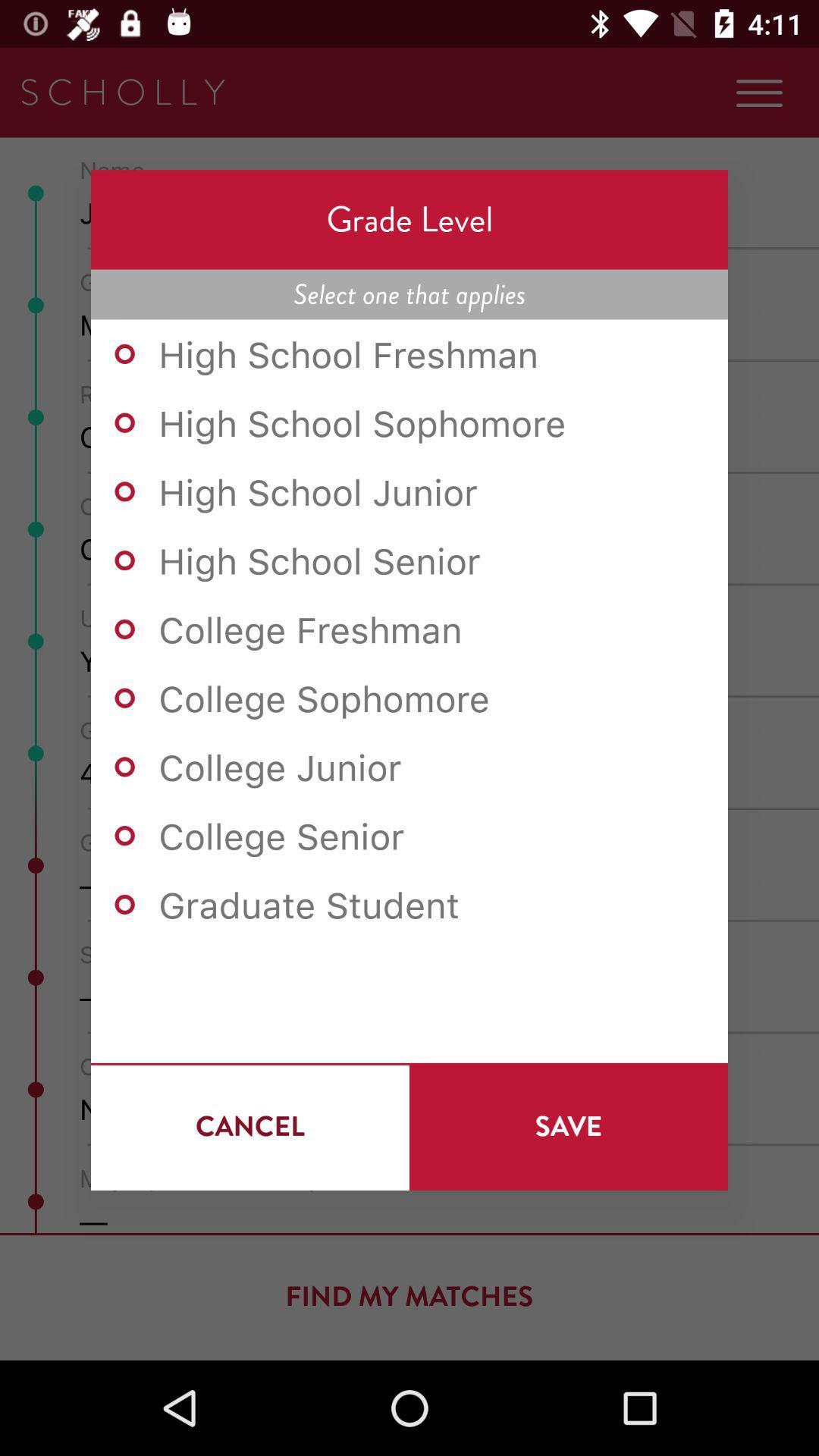 The image size is (819, 1456). What do you see at coordinates (249, 1126) in the screenshot?
I see `icon at the bottom left corner` at bounding box center [249, 1126].